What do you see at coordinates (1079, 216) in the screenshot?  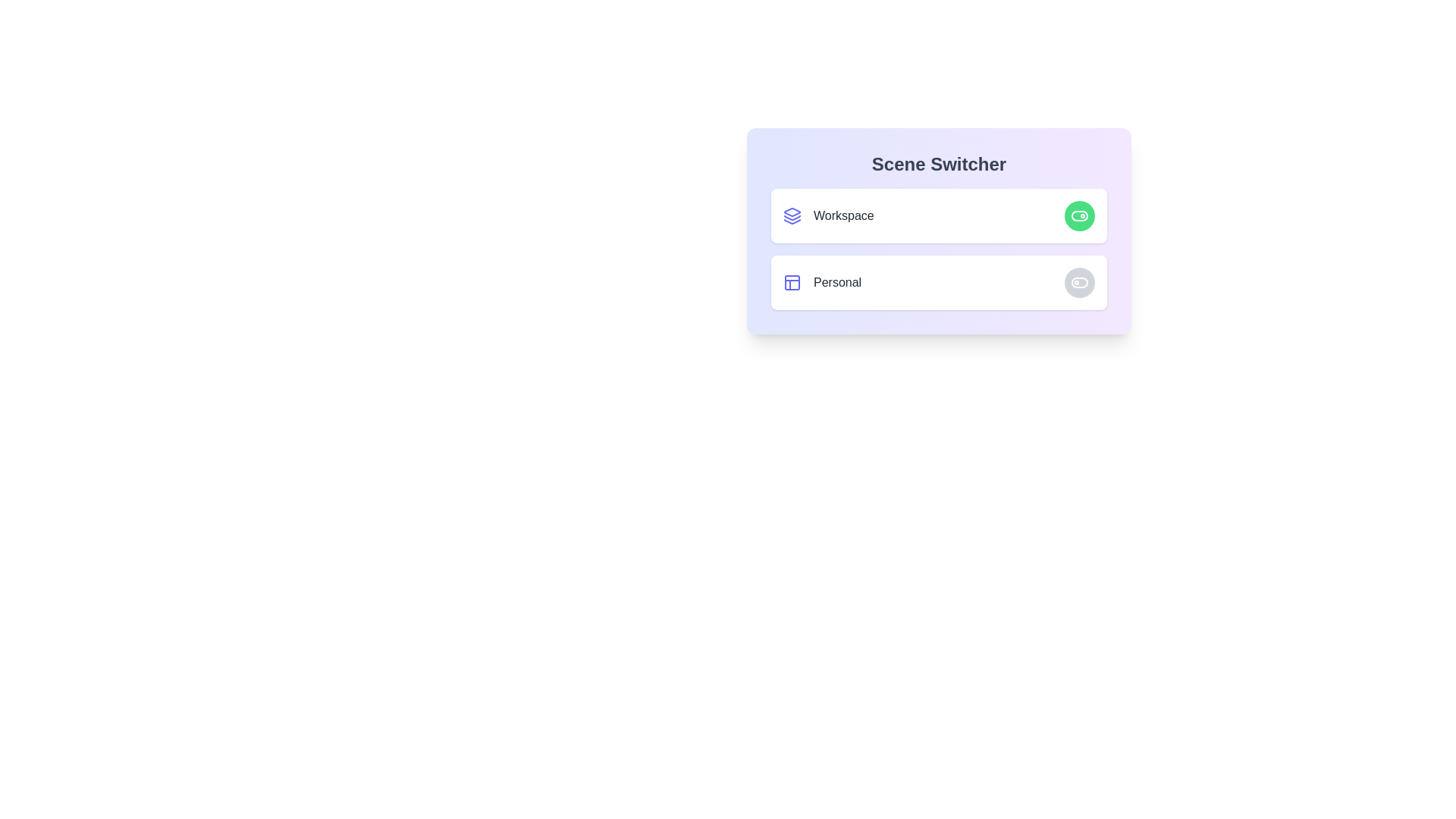 I see `the toggle button located to the right of the 'Workspace' label` at bounding box center [1079, 216].